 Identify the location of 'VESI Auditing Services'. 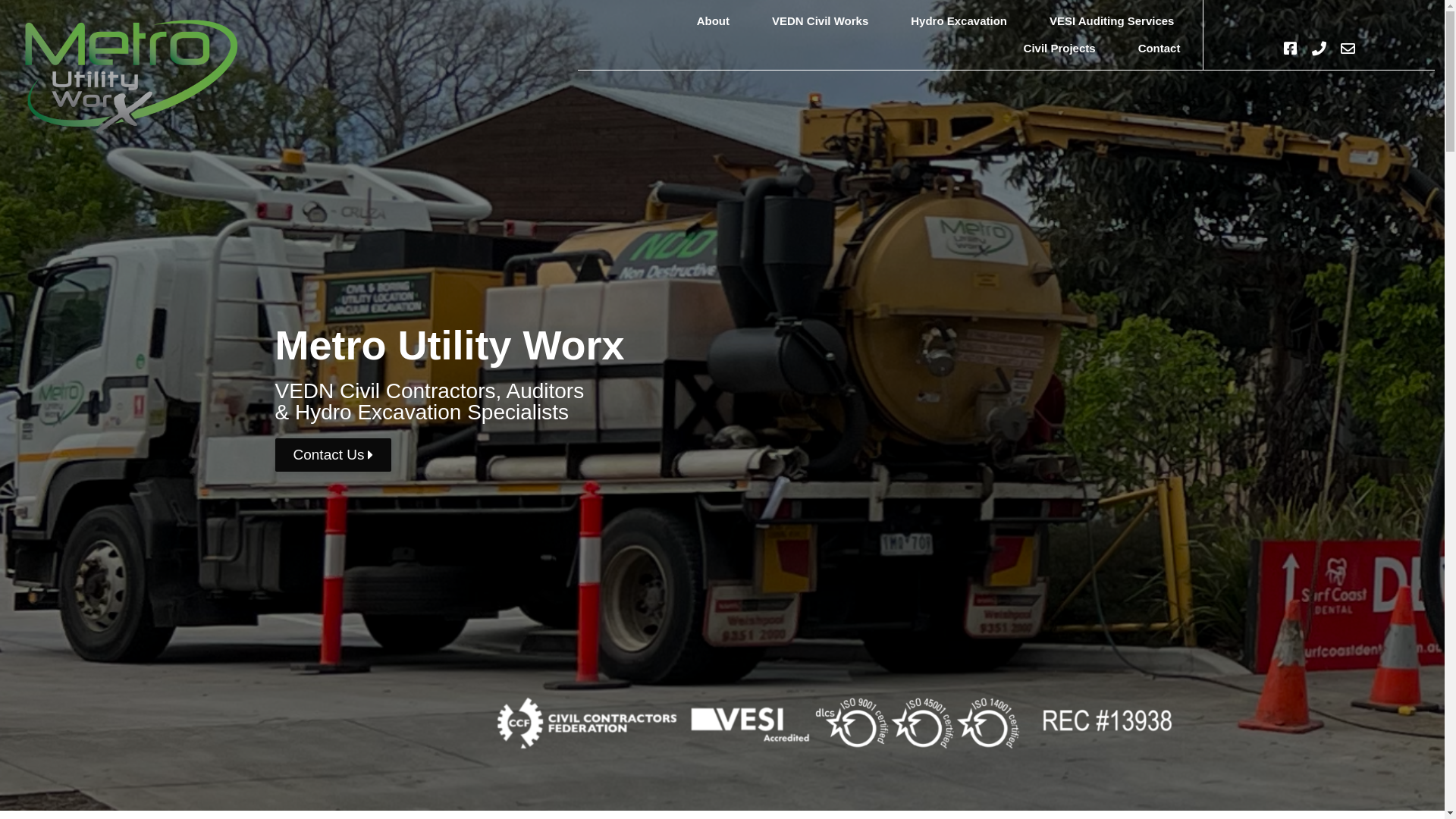
(1033, 20).